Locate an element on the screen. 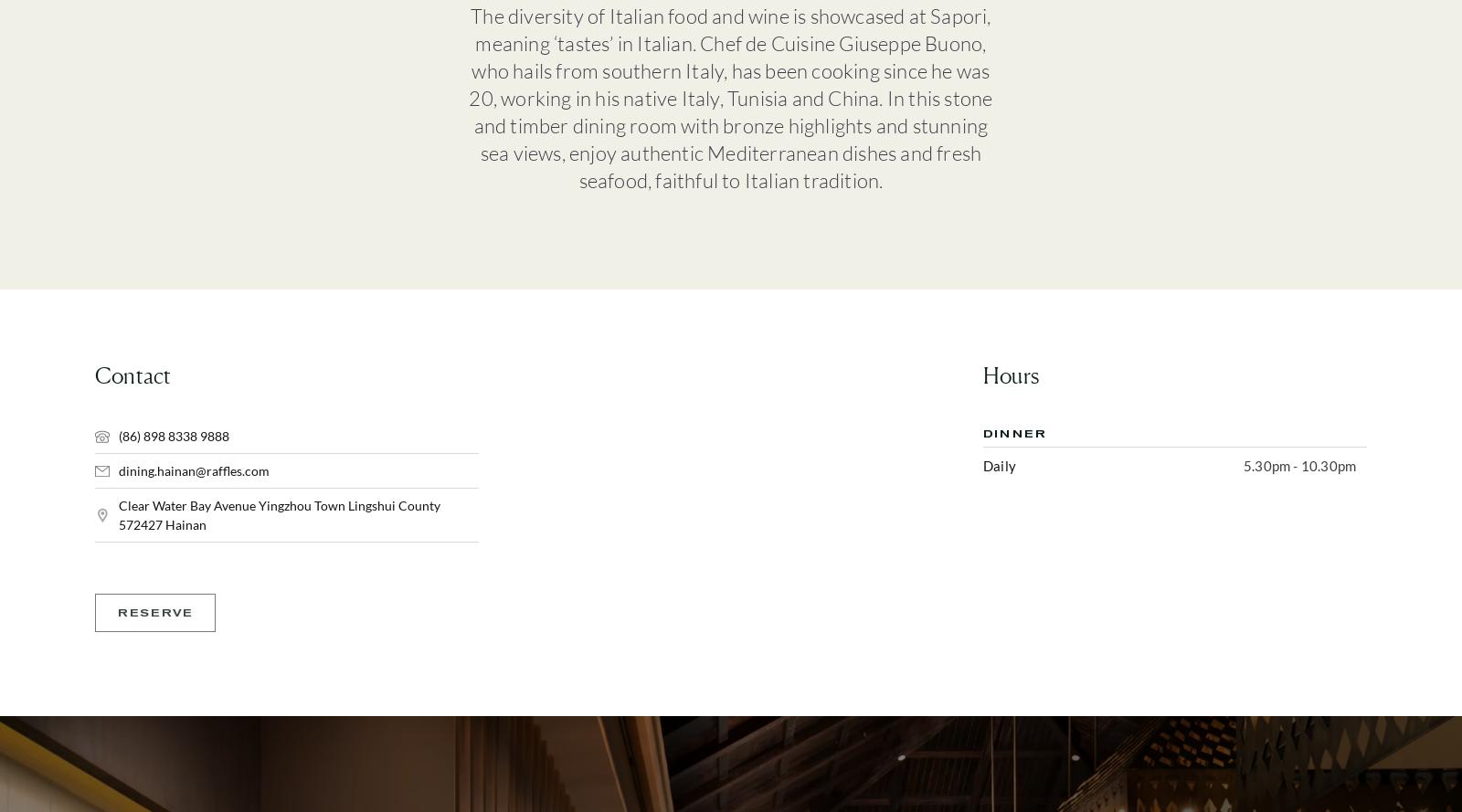  'Cookies' is located at coordinates (1191, 392).